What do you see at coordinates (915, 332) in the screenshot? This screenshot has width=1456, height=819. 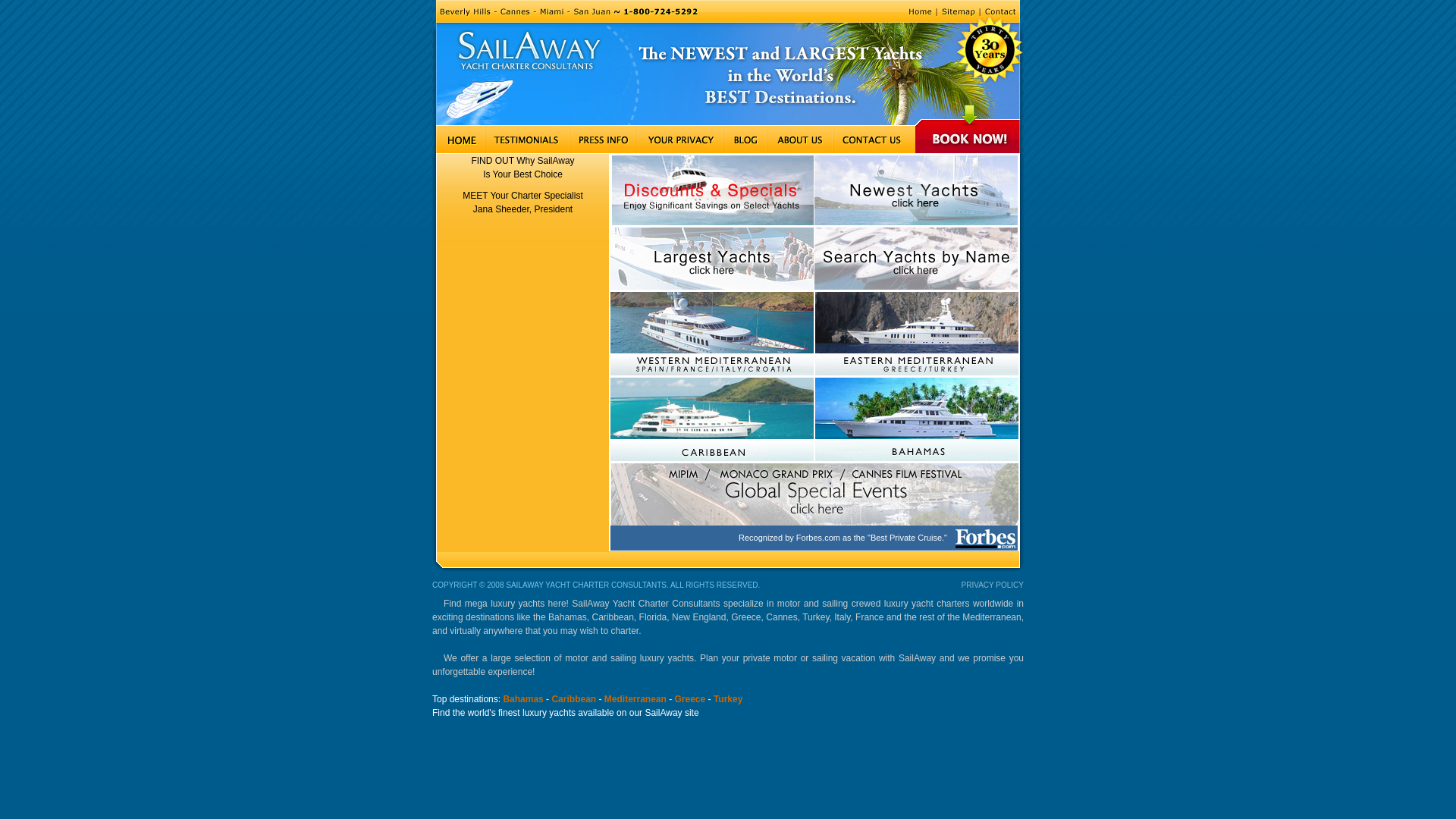 I see `'Eastern Mediterranean'` at bounding box center [915, 332].